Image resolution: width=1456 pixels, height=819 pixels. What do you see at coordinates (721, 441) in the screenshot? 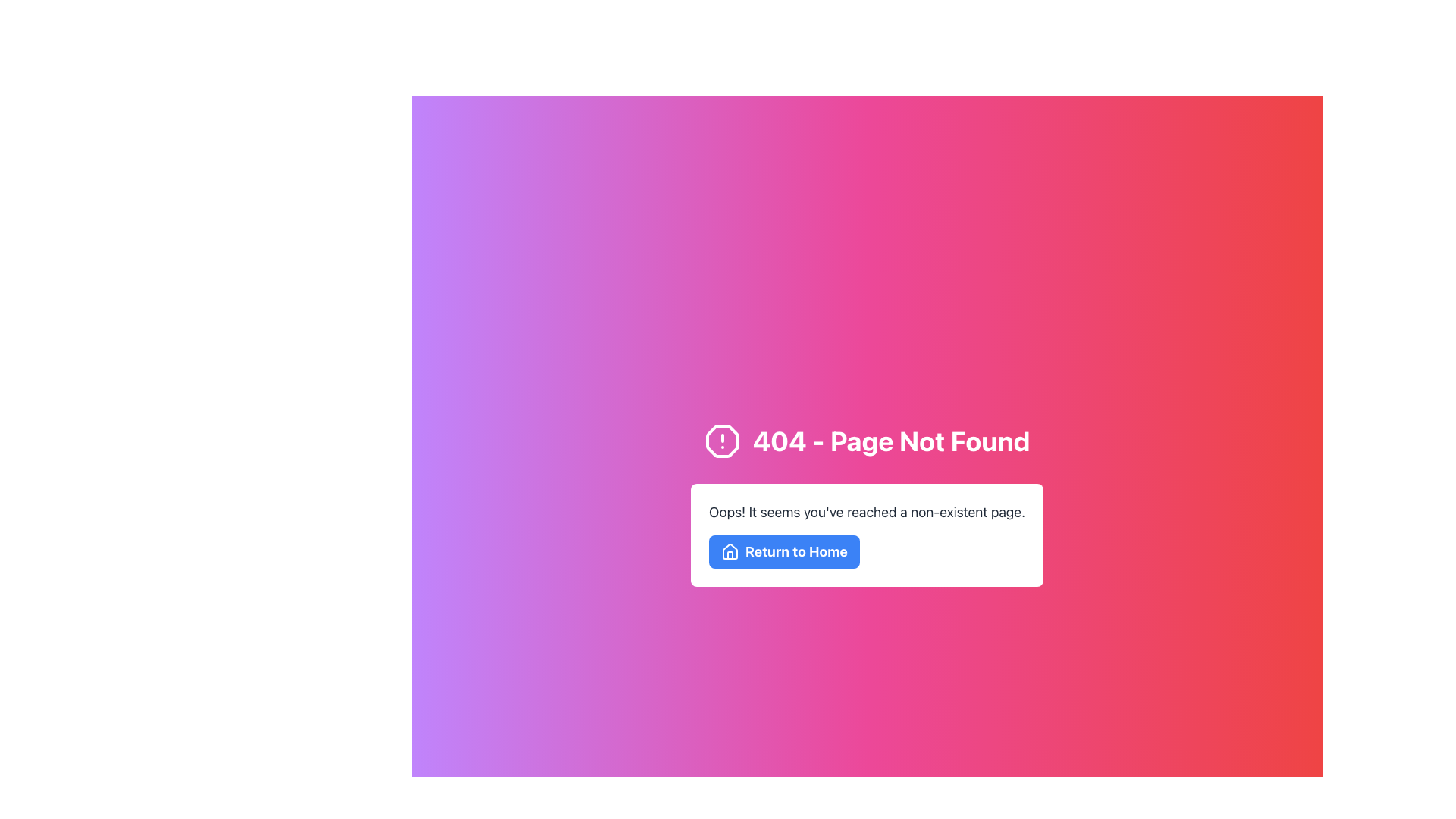
I see `the stylized octagonal SVG icon with a pinkish hue that contains an exclamation mark, located near the '404 - Page Not Found' text` at bounding box center [721, 441].